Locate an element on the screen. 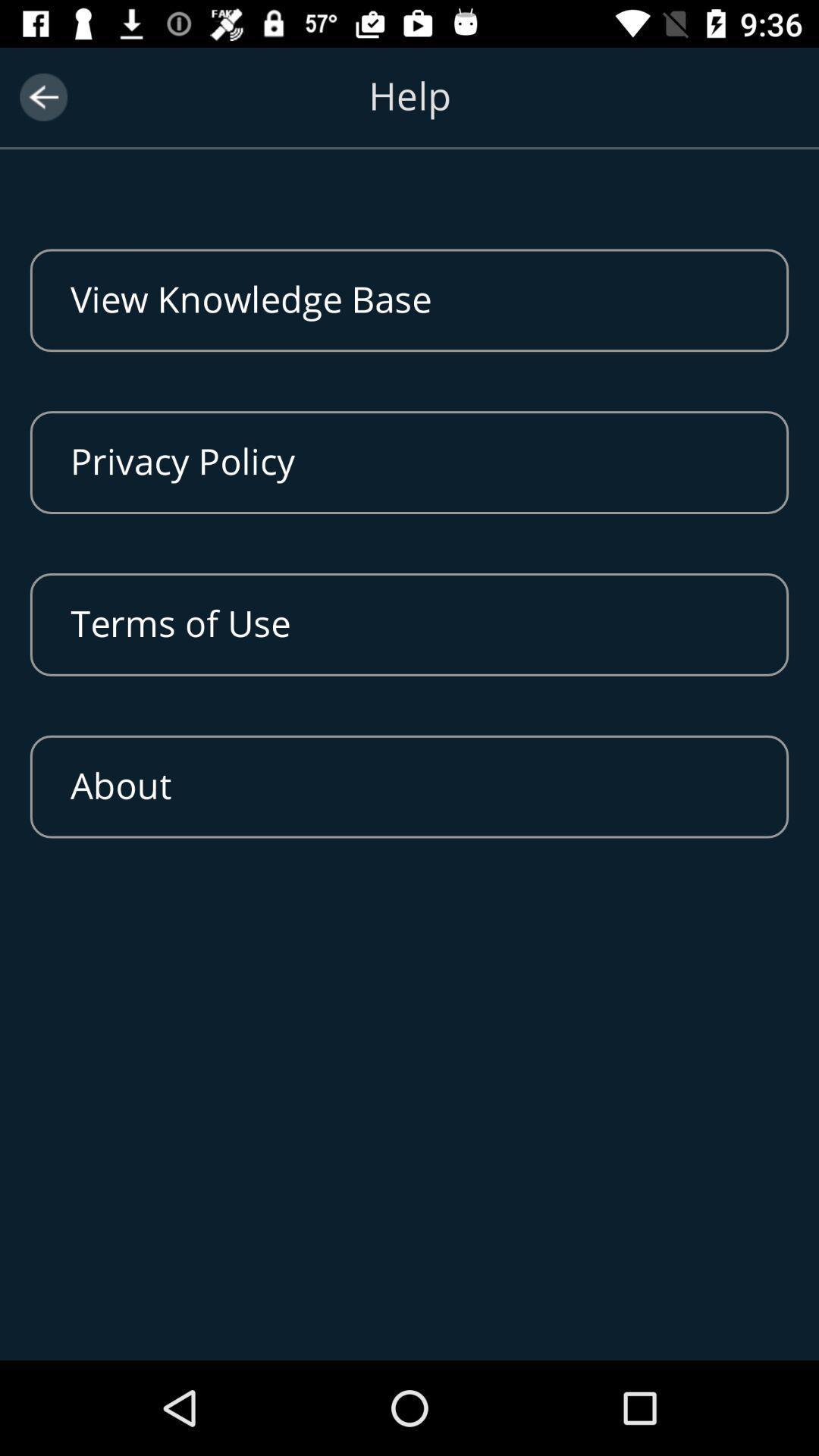  the arrow_backward icon is located at coordinates (42, 96).